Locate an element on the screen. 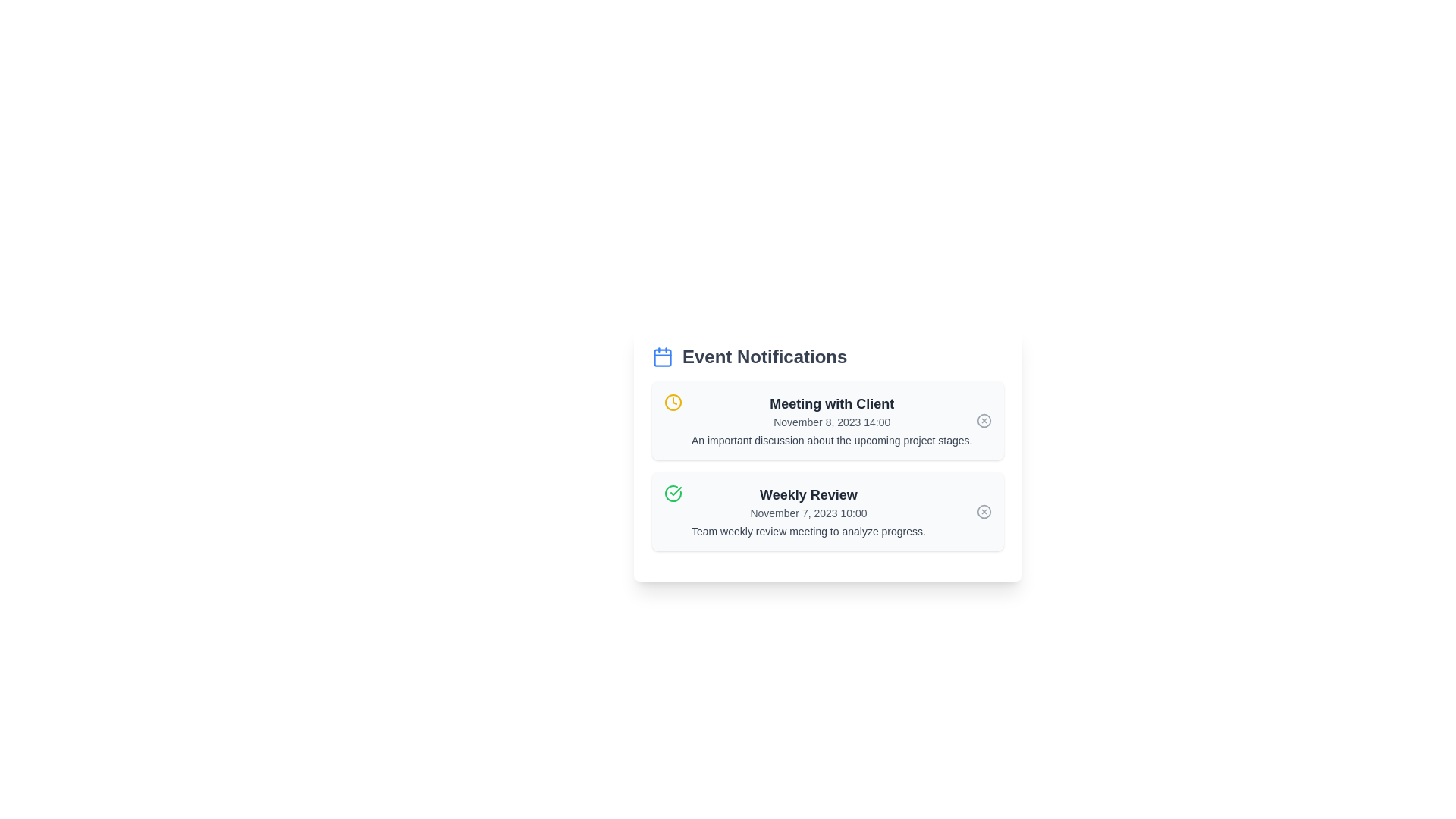 The width and height of the screenshot is (1456, 819). delete button for the notification titled 'Meeting with Client' is located at coordinates (984, 421).